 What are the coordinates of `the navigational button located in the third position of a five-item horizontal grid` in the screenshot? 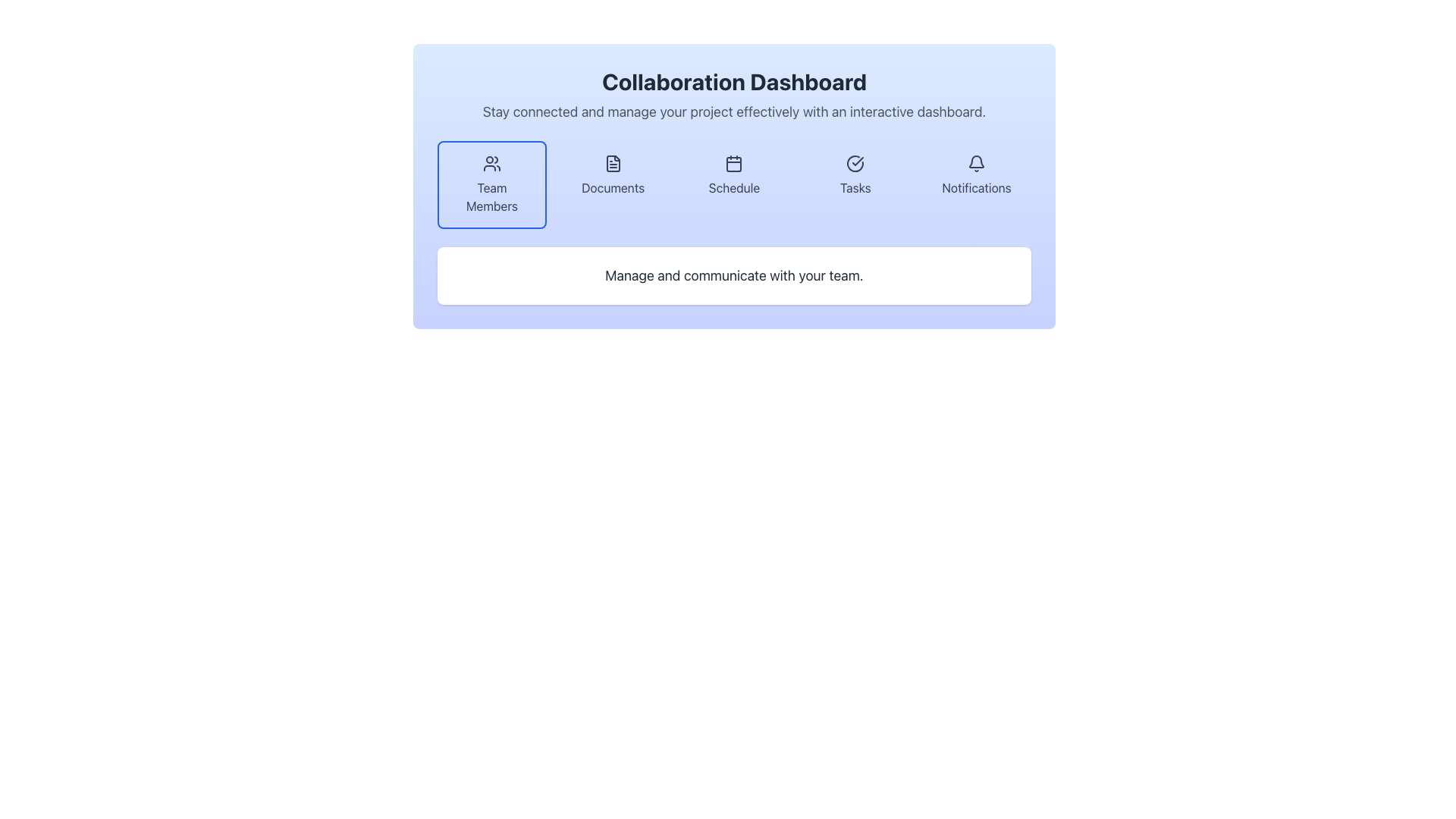 It's located at (734, 184).